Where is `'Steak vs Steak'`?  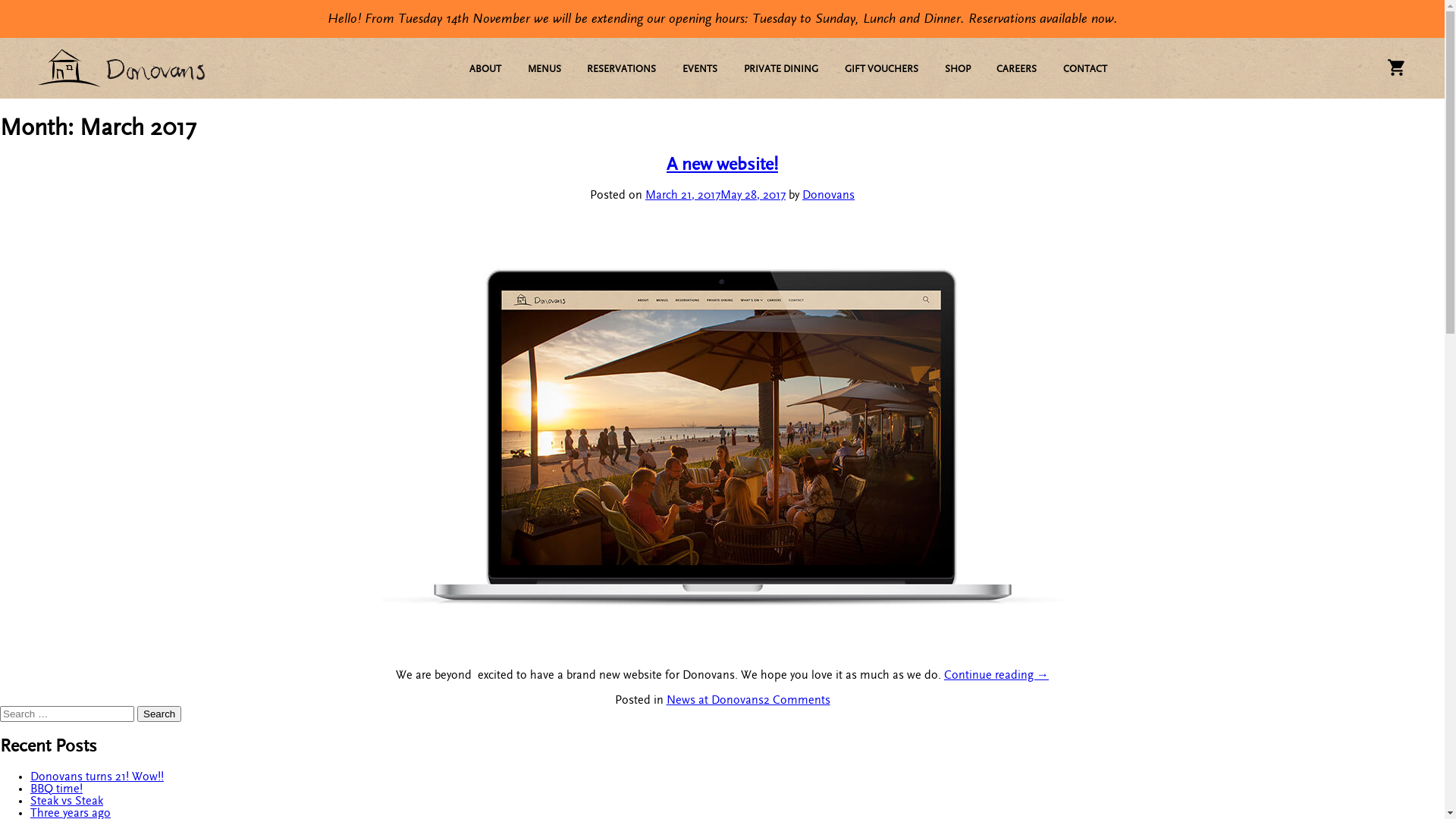
'Steak vs Steak' is located at coordinates (65, 800).